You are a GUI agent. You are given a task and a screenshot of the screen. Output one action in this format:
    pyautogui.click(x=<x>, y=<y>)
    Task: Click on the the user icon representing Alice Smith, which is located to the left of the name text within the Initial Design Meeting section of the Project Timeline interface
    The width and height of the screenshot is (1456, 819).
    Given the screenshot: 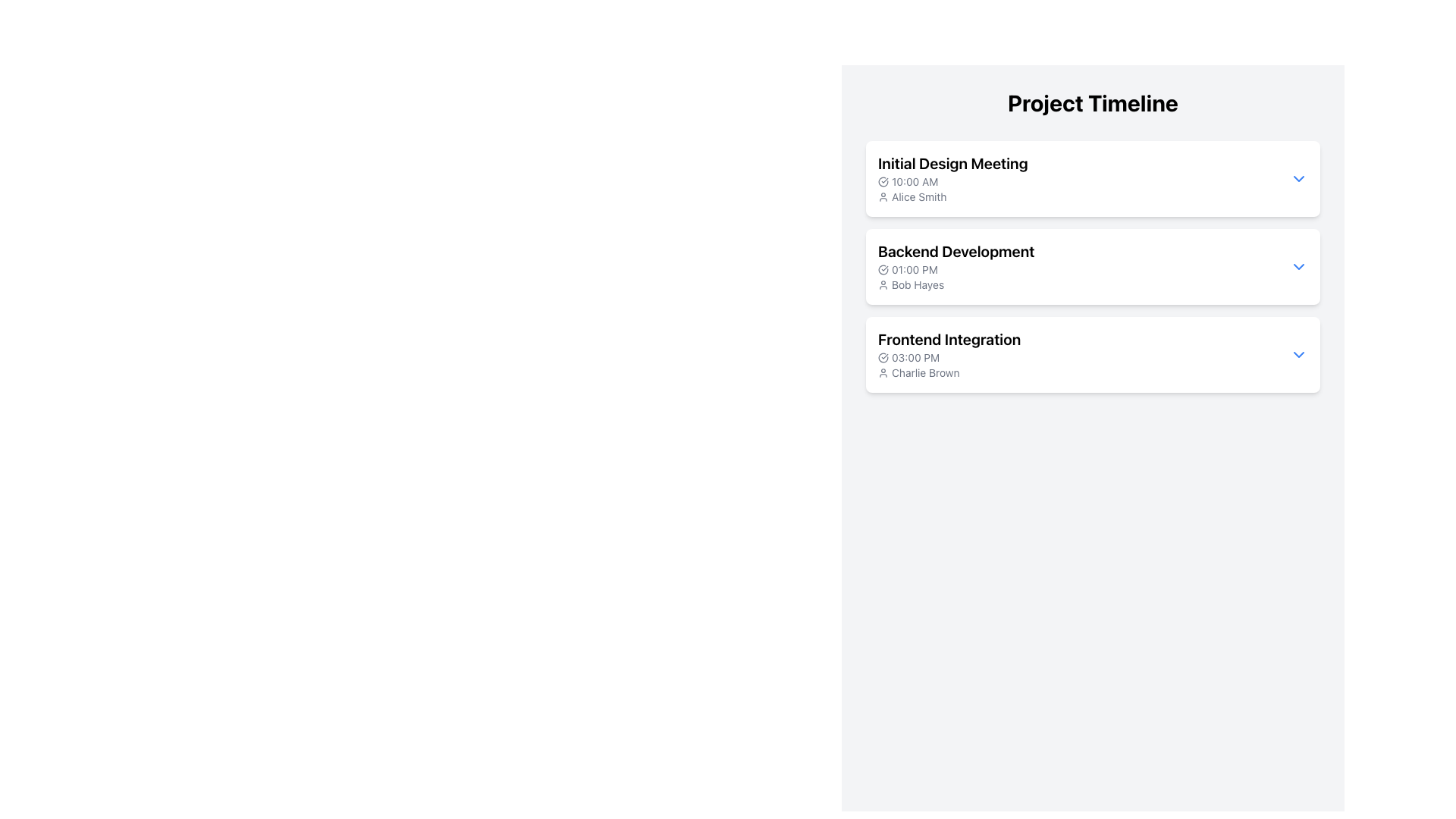 What is the action you would take?
    pyautogui.click(x=883, y=196)
    